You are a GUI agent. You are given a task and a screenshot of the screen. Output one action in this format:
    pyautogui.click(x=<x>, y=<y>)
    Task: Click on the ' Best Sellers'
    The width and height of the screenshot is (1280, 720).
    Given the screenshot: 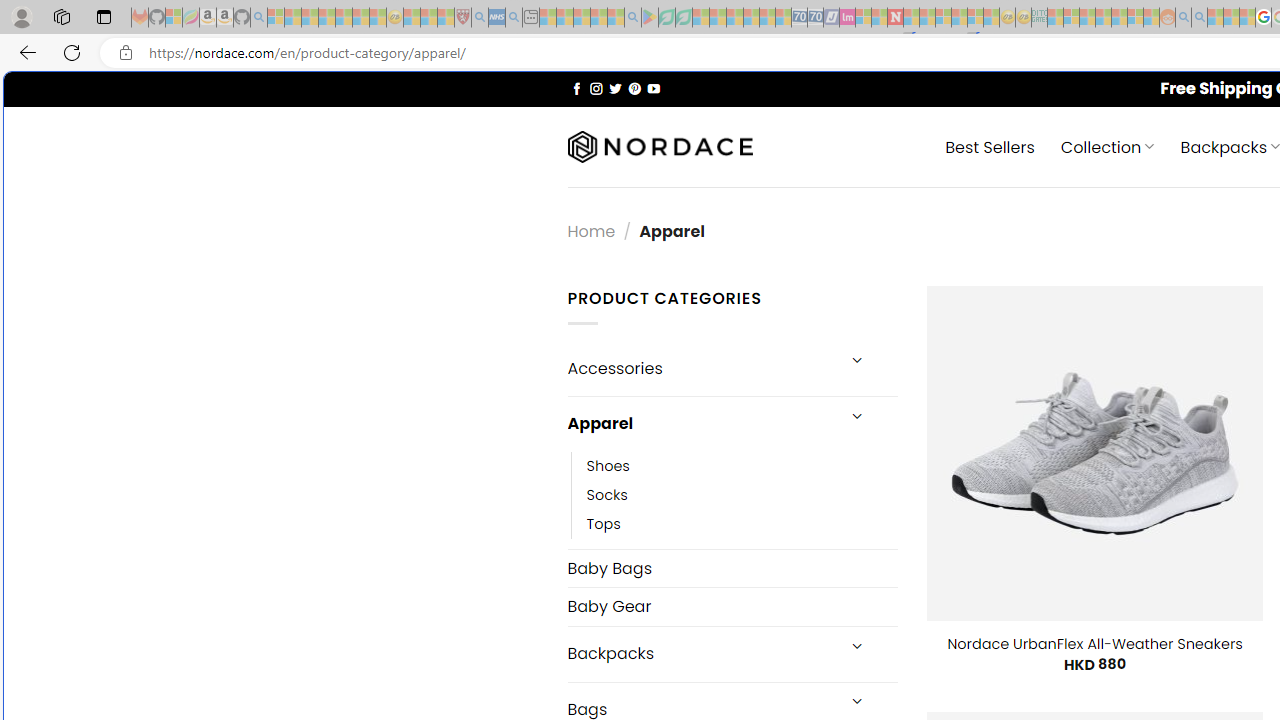 What is the action you would take?
    pyautogui.click(x=990, y=145)
    